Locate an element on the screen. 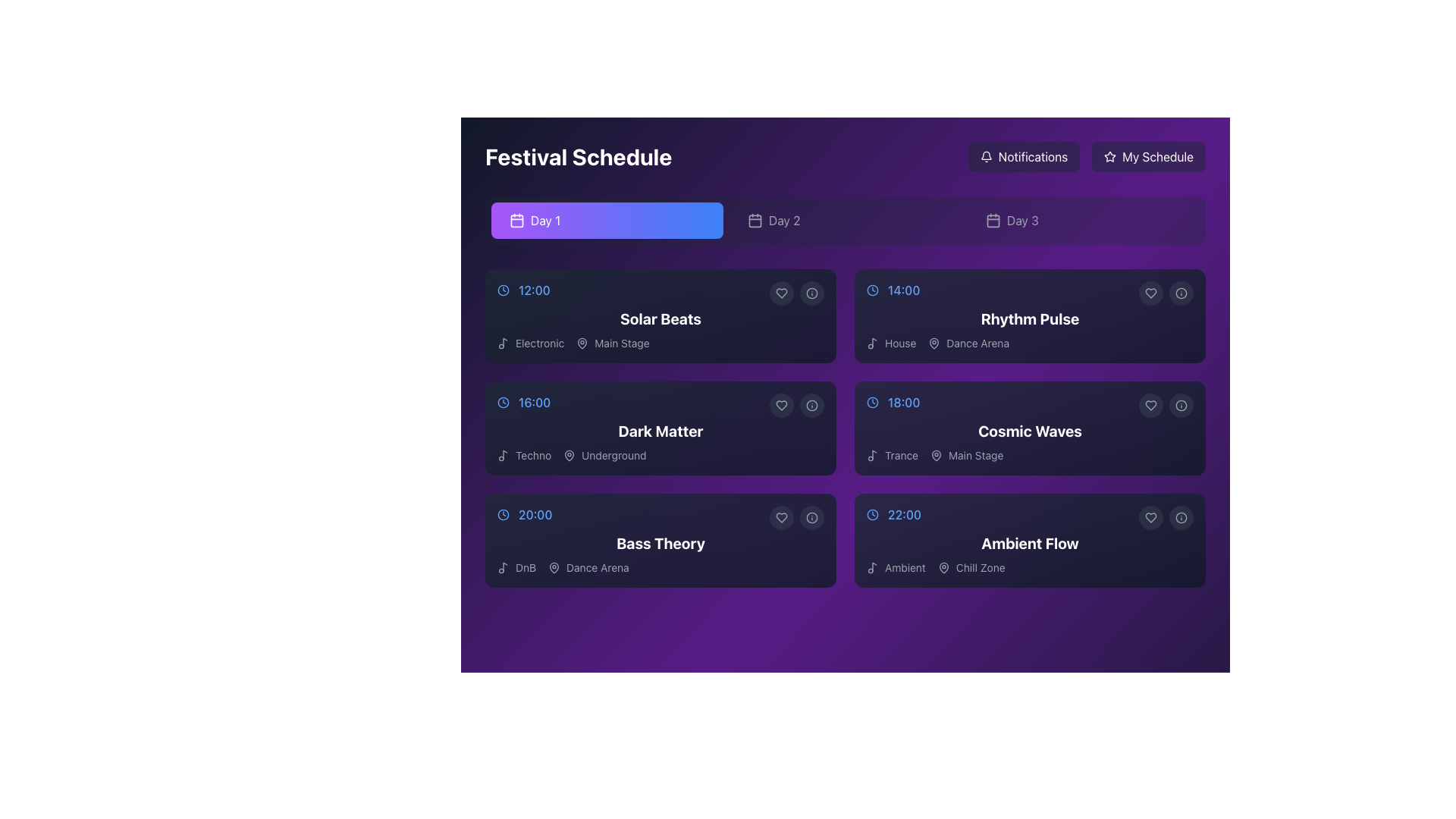 The height and width of the screenshot is (819, 1456). the pin-shaped icon resembling a map pin, which is located near the text indicating 'Cosmic Waves' and 'Main Stage' in the event details section is located at coordinates (935, 455).